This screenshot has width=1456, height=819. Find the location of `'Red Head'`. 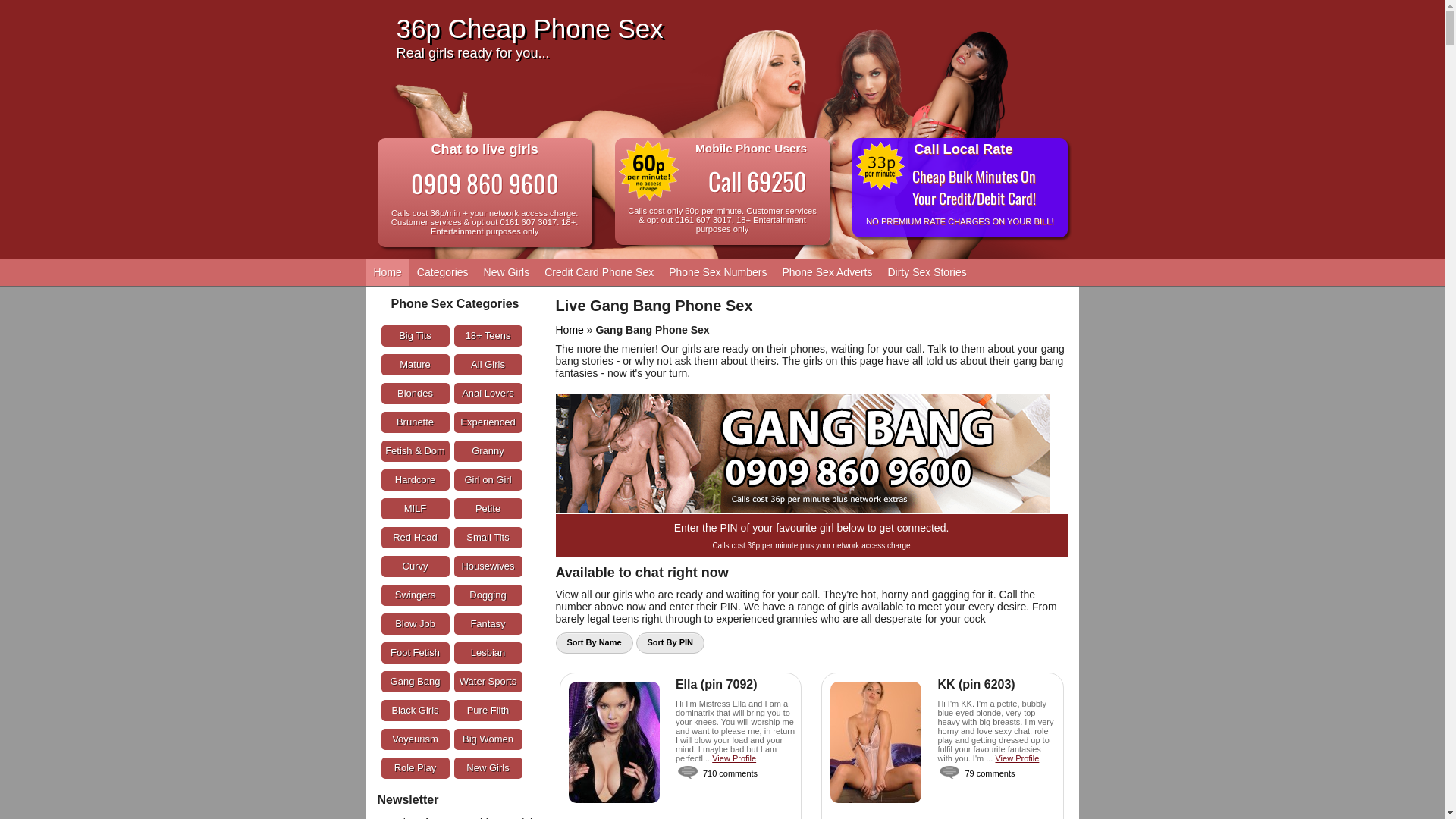

'Red Head' is located at coordinates (415, 537).